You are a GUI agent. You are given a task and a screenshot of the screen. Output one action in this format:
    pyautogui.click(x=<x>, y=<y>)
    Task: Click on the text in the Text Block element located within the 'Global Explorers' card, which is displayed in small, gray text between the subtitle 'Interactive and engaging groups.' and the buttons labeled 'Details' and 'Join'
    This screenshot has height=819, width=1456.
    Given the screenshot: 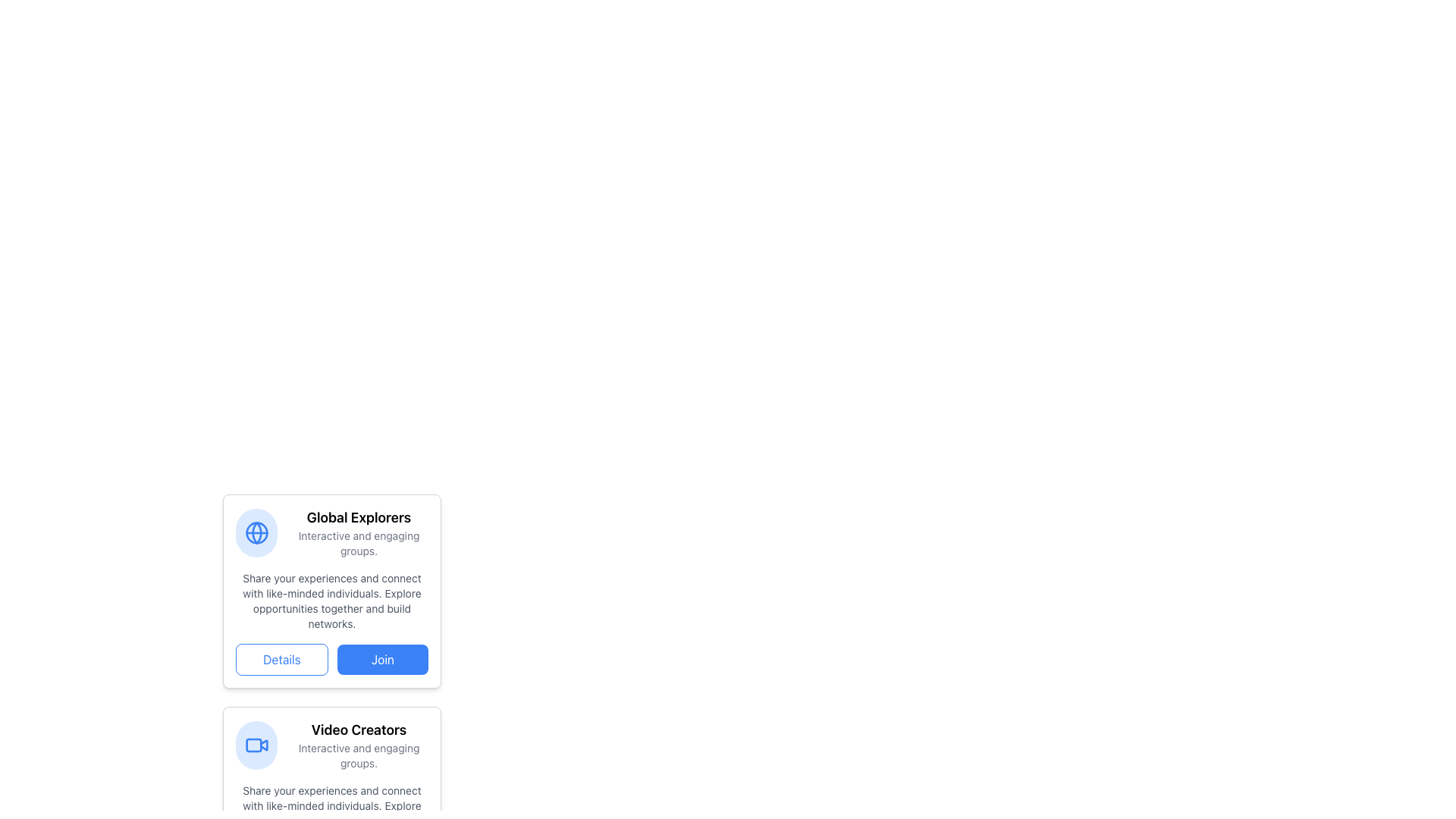 What is the action you would take?
    pyautogui.click(x=331, y=601)
    